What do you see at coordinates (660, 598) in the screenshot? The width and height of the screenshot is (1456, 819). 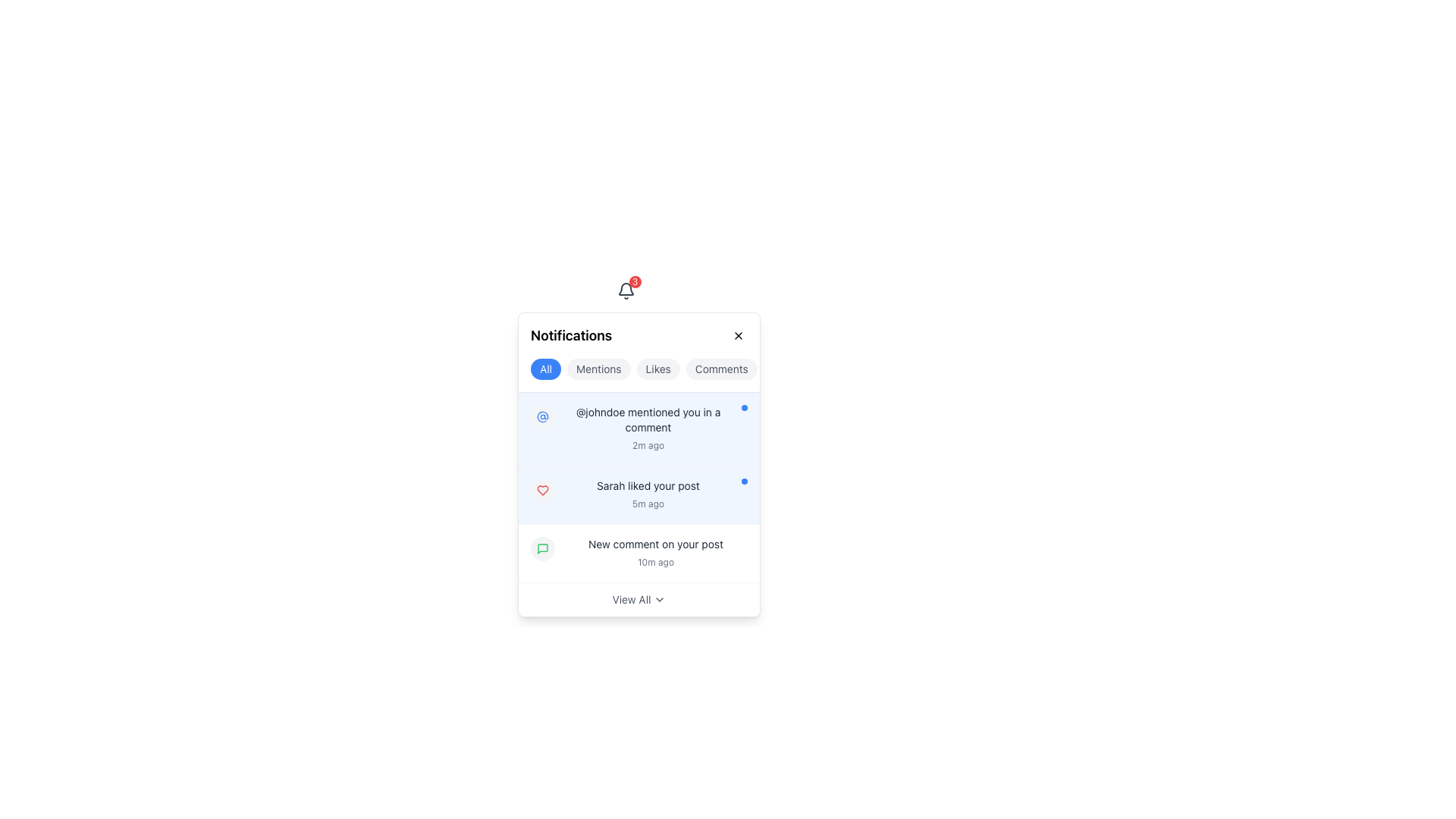 I see `the chevron icon located to the right of the 'View All' text within the 'View All' button at the bottom of the notification panel` at bounding box center [660, 598].